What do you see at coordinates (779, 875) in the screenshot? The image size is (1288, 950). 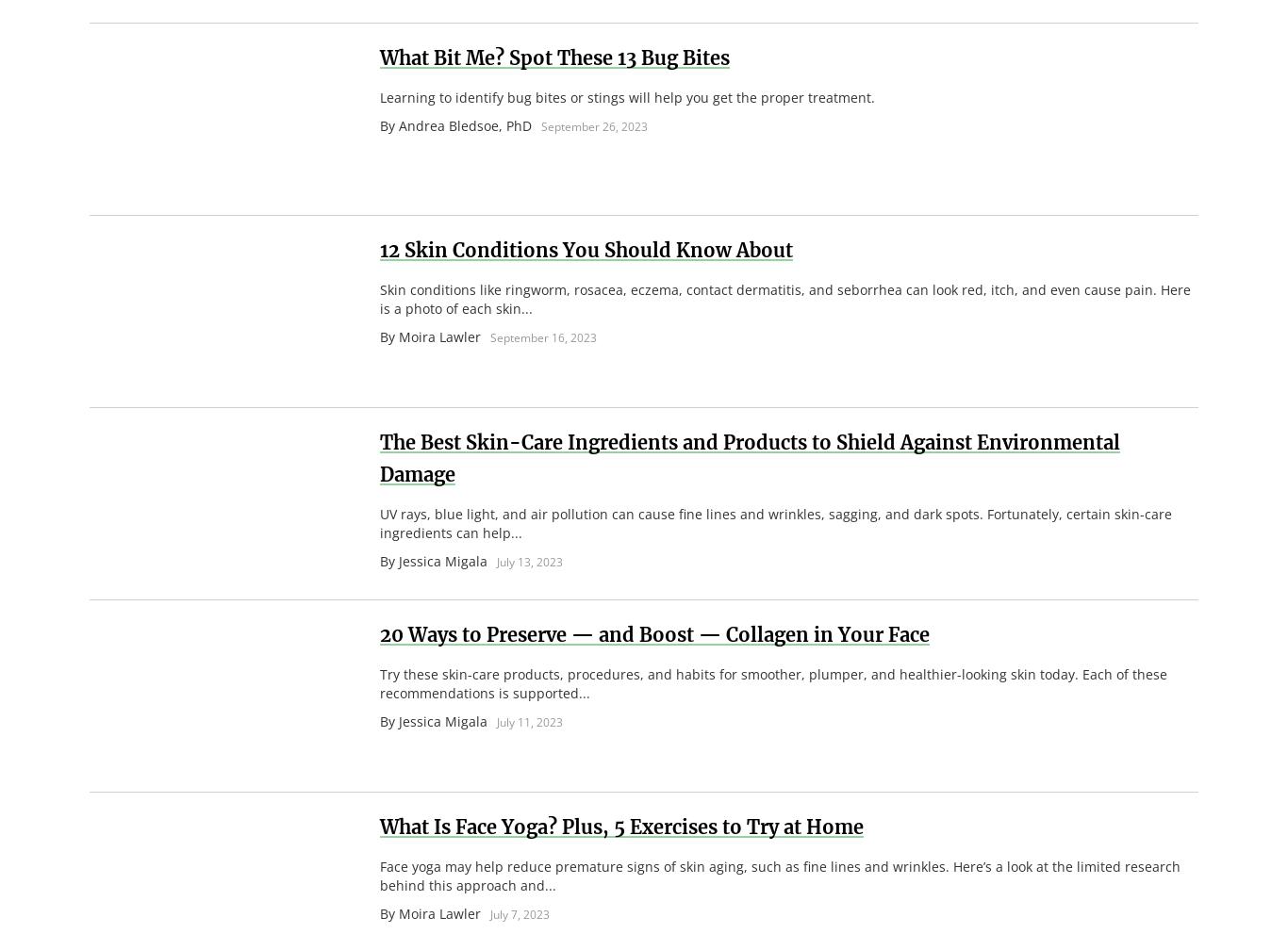 I see `'Face yoga may help reduce premature signs of skin aging, such as fine lines and wrinkles. Here’s a look at the limited research behind this approach and...'` at bounding box center [779, 875].